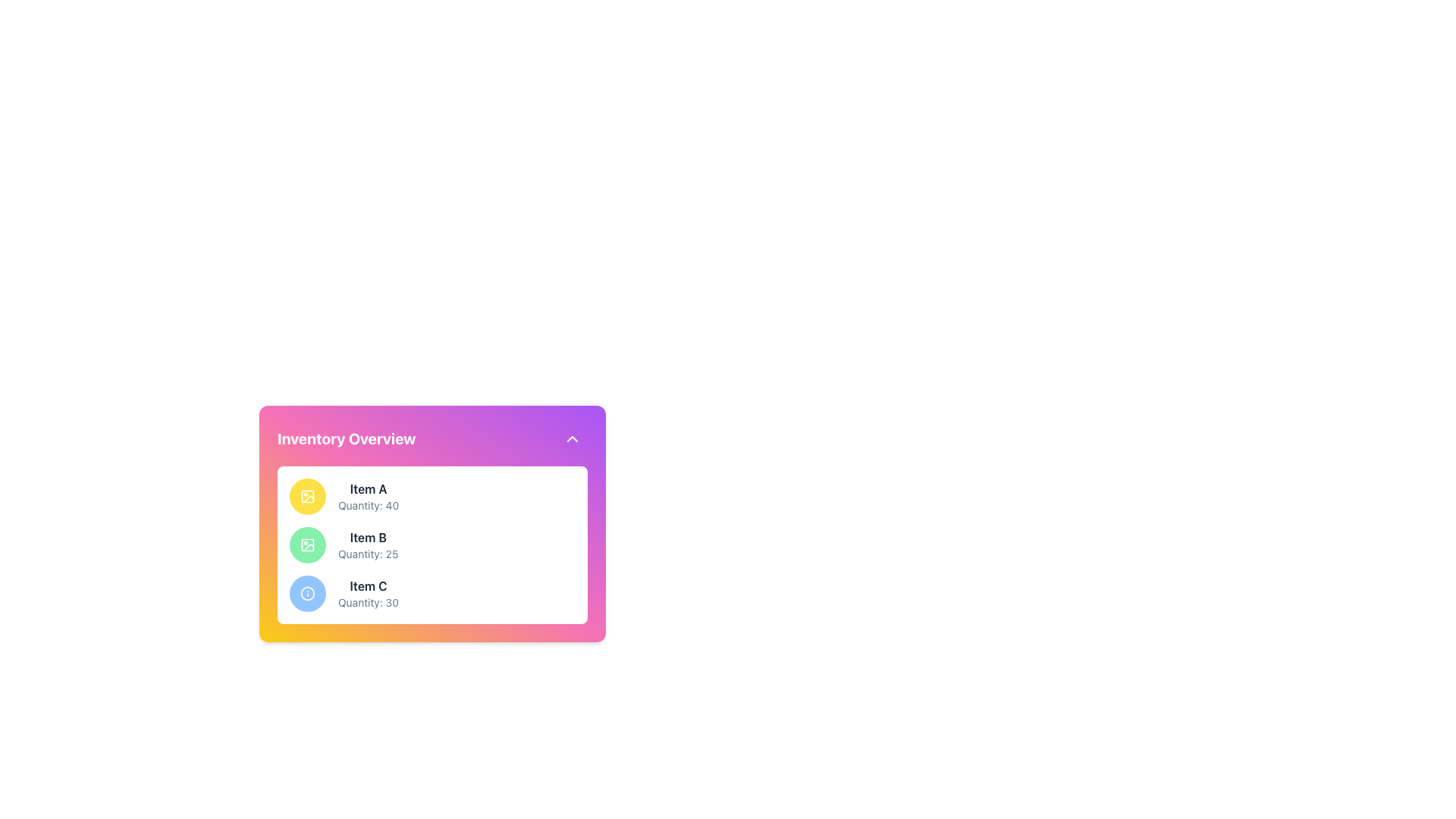 The height and width of the screenshot is (819, 1456). What do you see at coordinates (571, 438) in the screenshot?
I see `the small chevron-up icon located in the top-right corner of the 'Inventory Overview' card` at bounding box center [571, 438].